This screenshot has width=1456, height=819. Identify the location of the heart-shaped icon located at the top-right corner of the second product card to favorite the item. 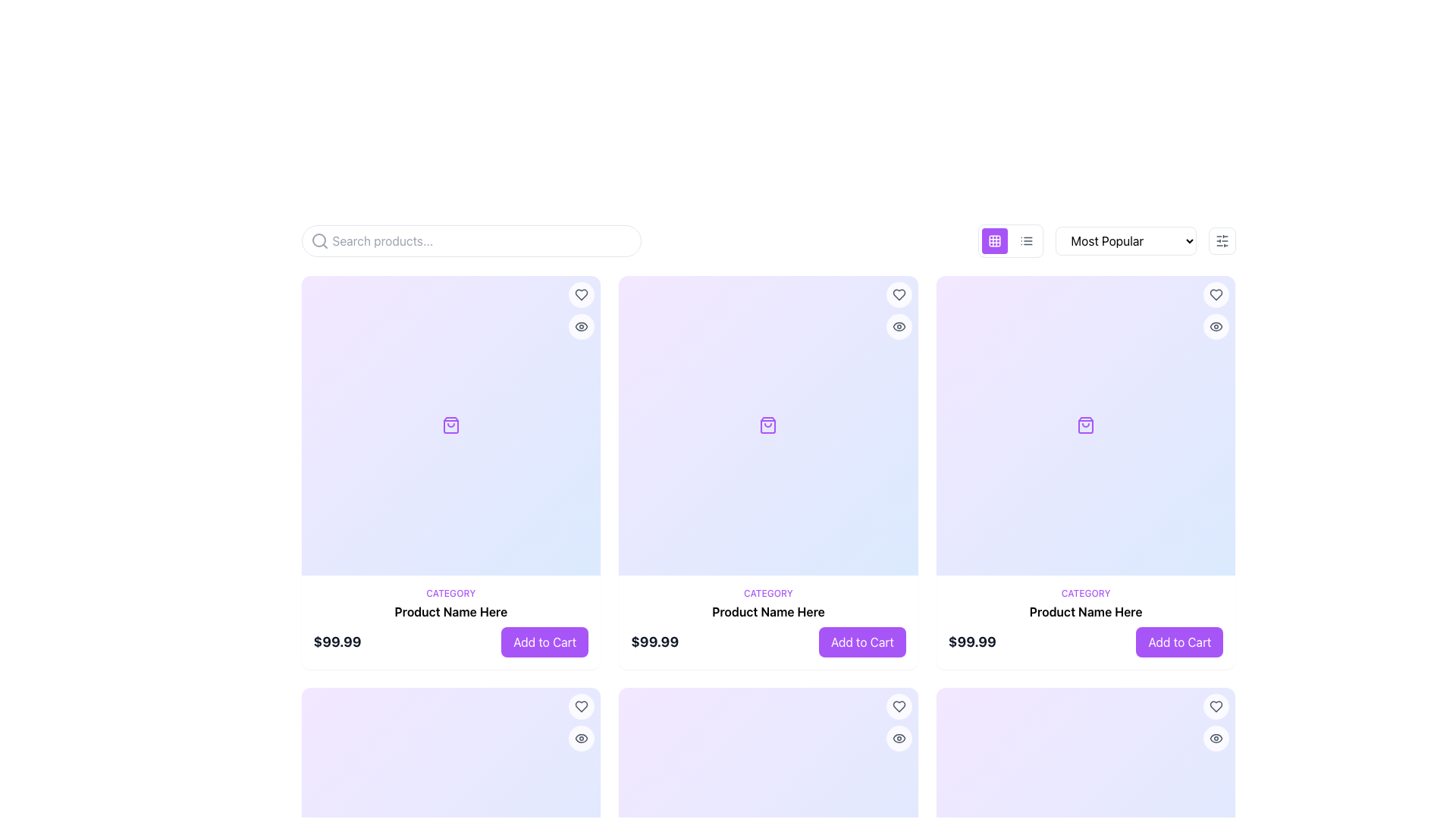
(899, 295).